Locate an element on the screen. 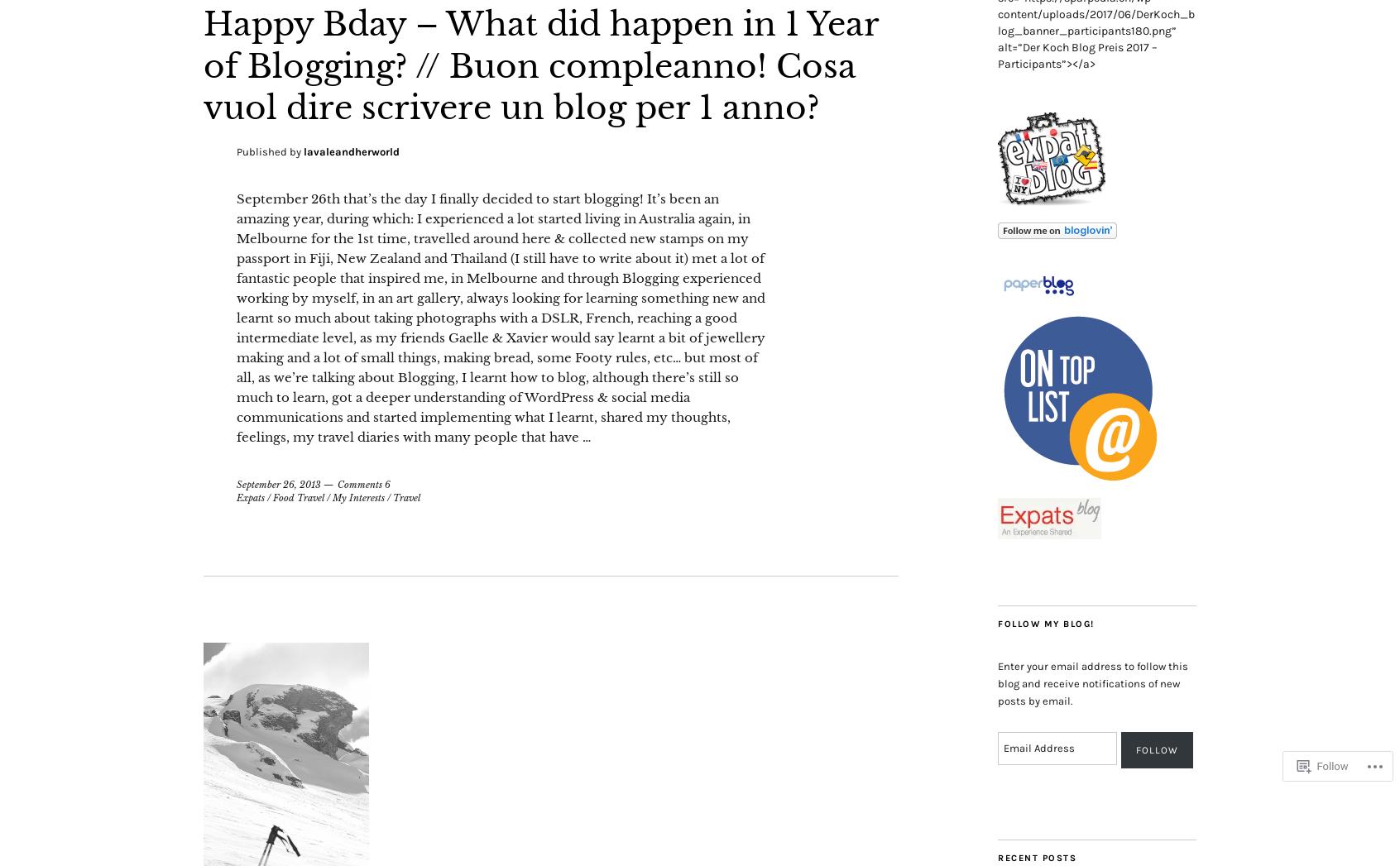 This screenshot has height=866, width=1400. 'Recent Posts' is located at coordinates (1037, 857).